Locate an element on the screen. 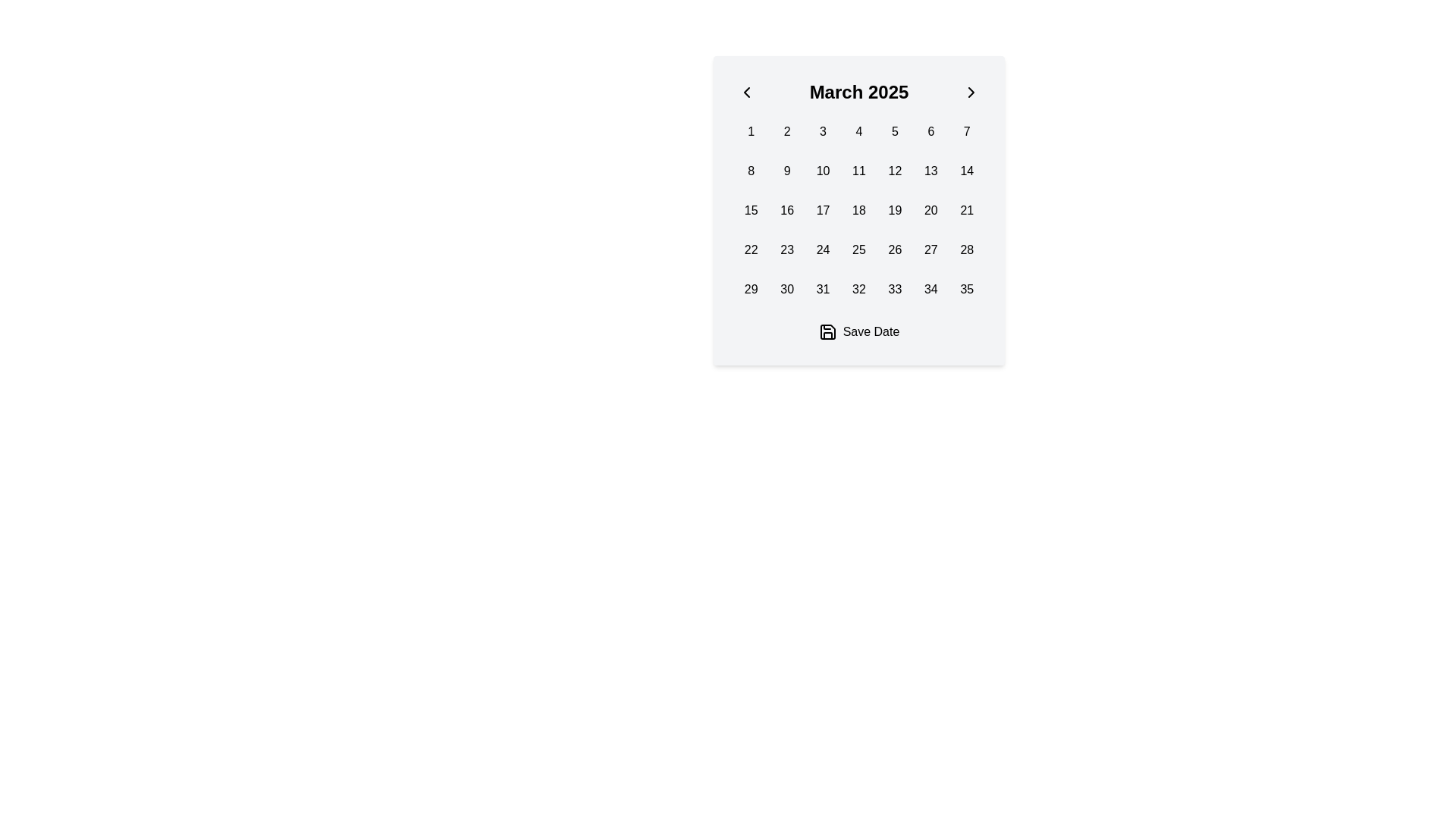 The width and height of the screenshot is (1456, 819). the interactive calendar day item displaying the number '18' for March 2025 is located at coordinates (858, 210).